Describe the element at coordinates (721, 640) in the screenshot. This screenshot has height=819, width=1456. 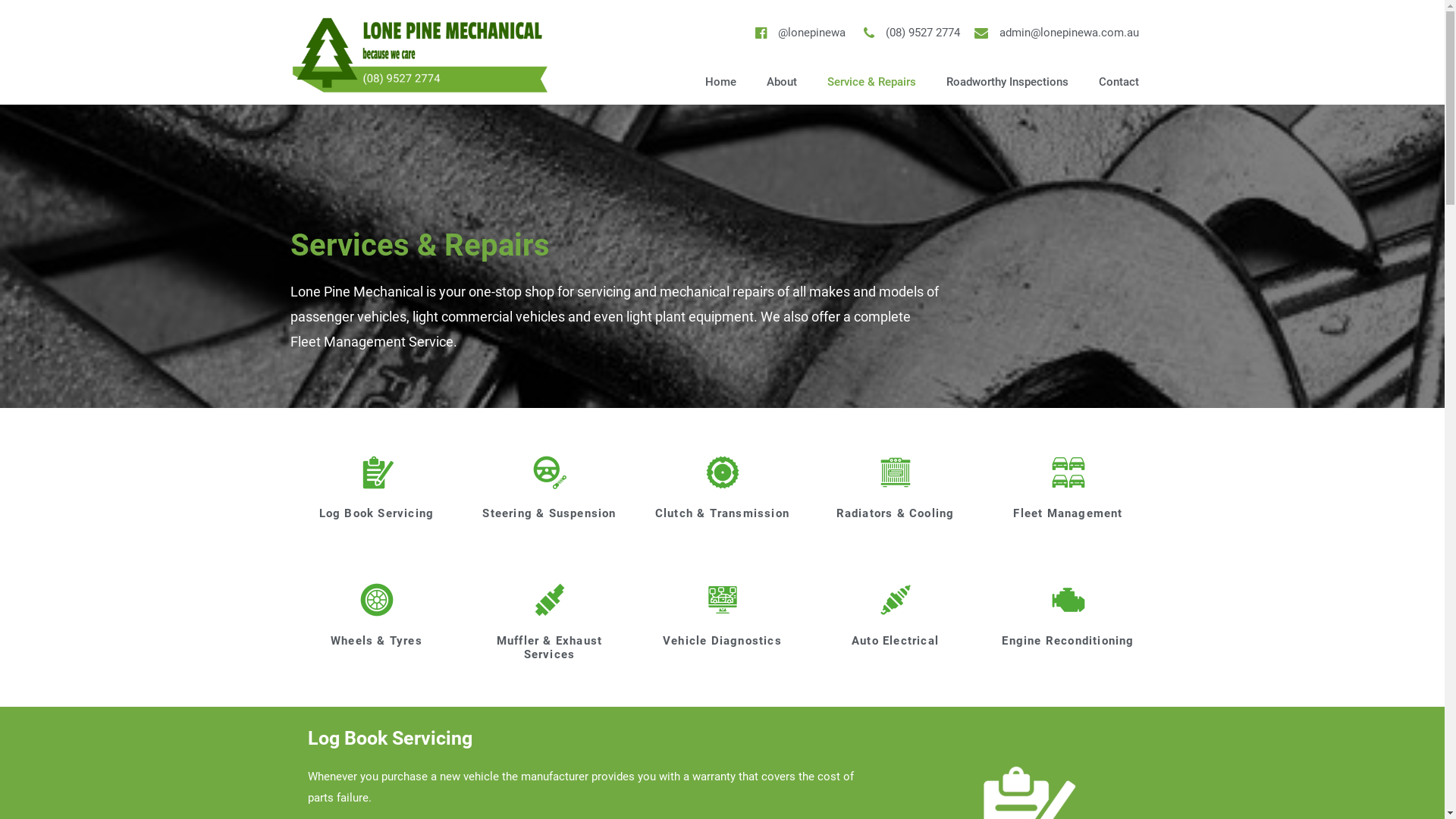
I see `'Vehicle Diagnostics'` at that location.